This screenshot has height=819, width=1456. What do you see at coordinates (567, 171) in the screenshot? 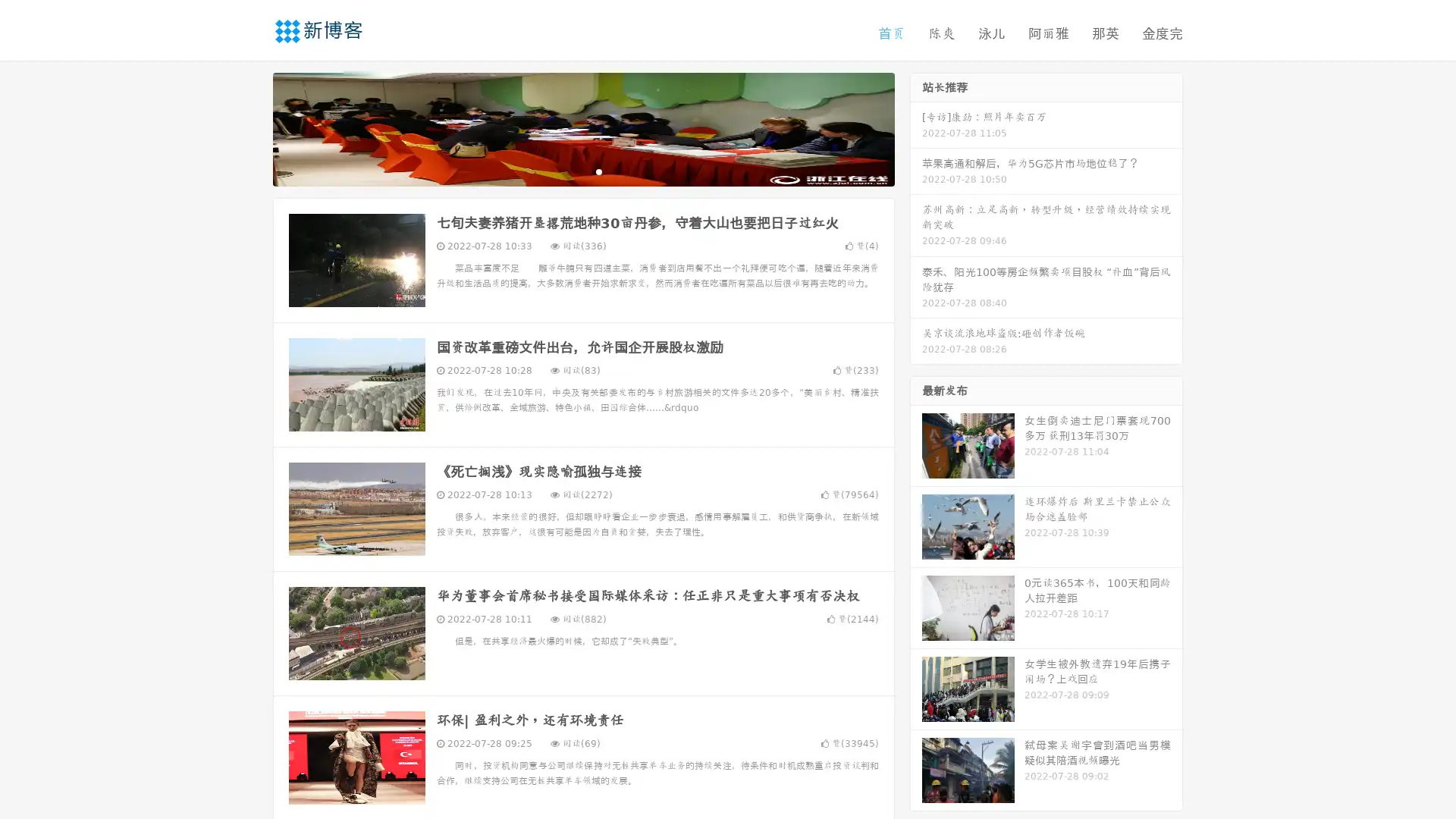
I see `Go to slide 1` at bounding box center [567, 171].